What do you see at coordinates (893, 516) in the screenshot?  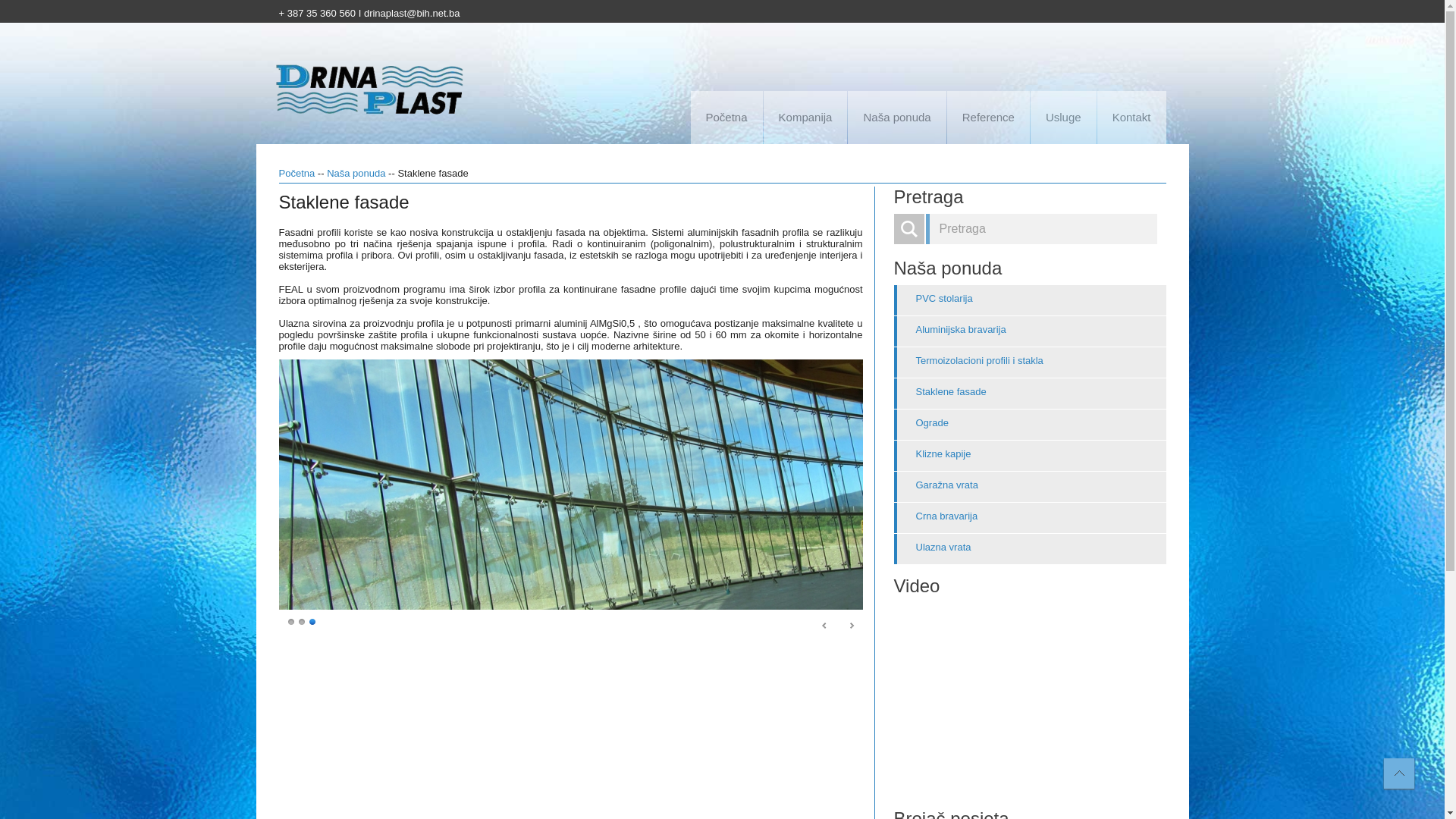 I see `'Crna bravarija'` at bounding box center [893, 516].